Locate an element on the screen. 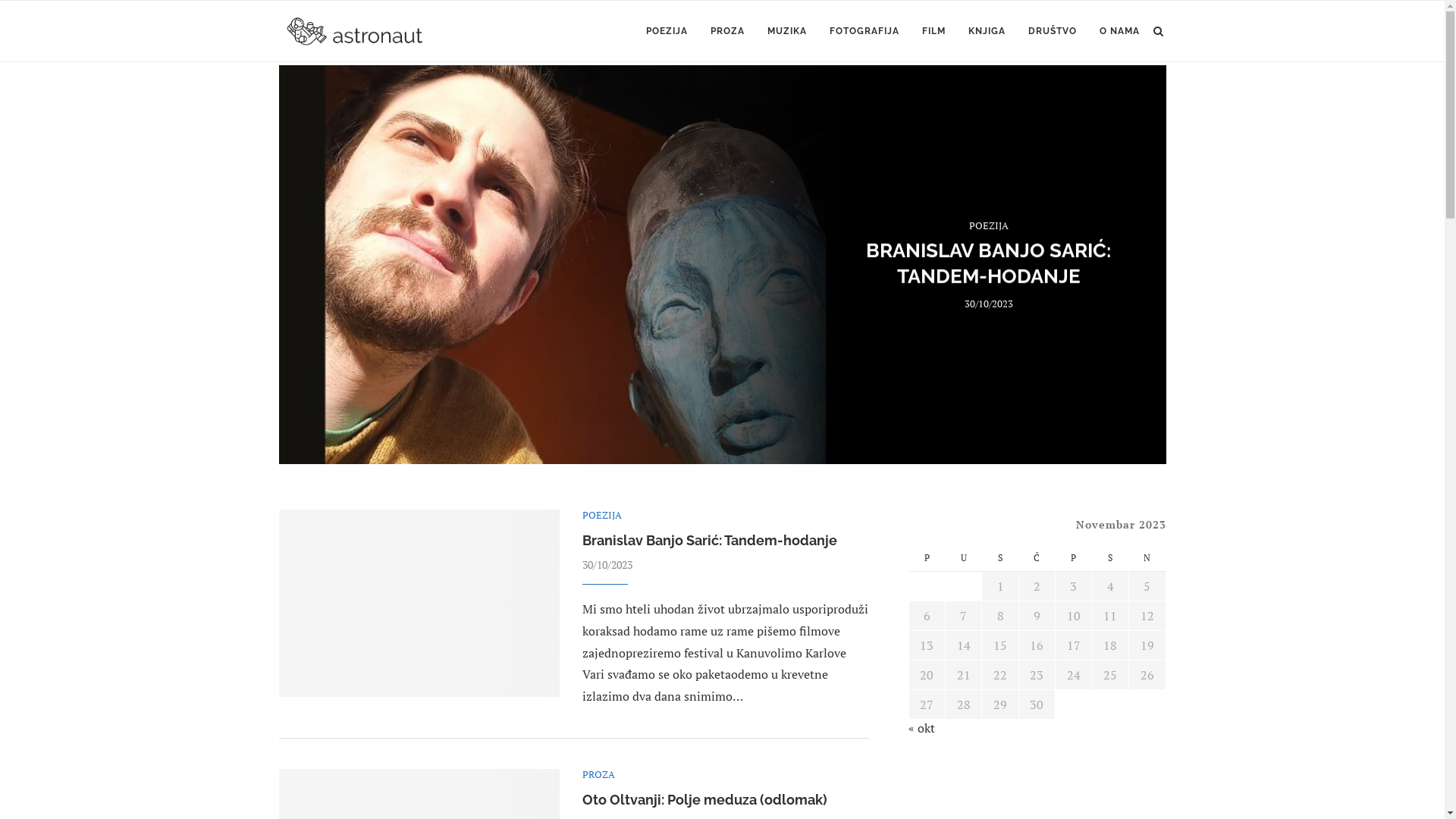  'O NAMA' is located at coordinates (1119, 31).